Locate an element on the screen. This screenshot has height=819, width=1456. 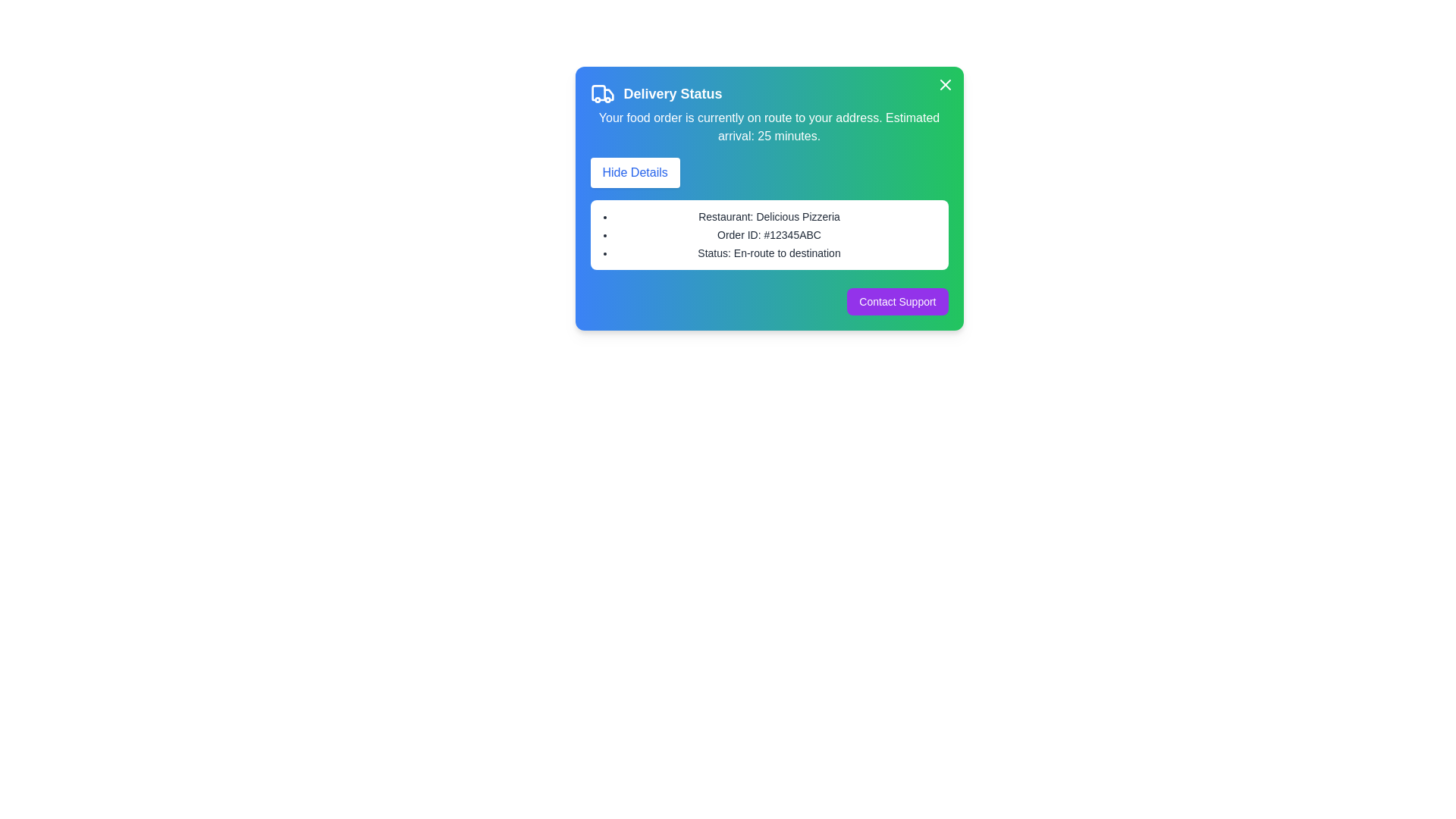
the 'Contact Support' button is located at coordinates (897, 301).